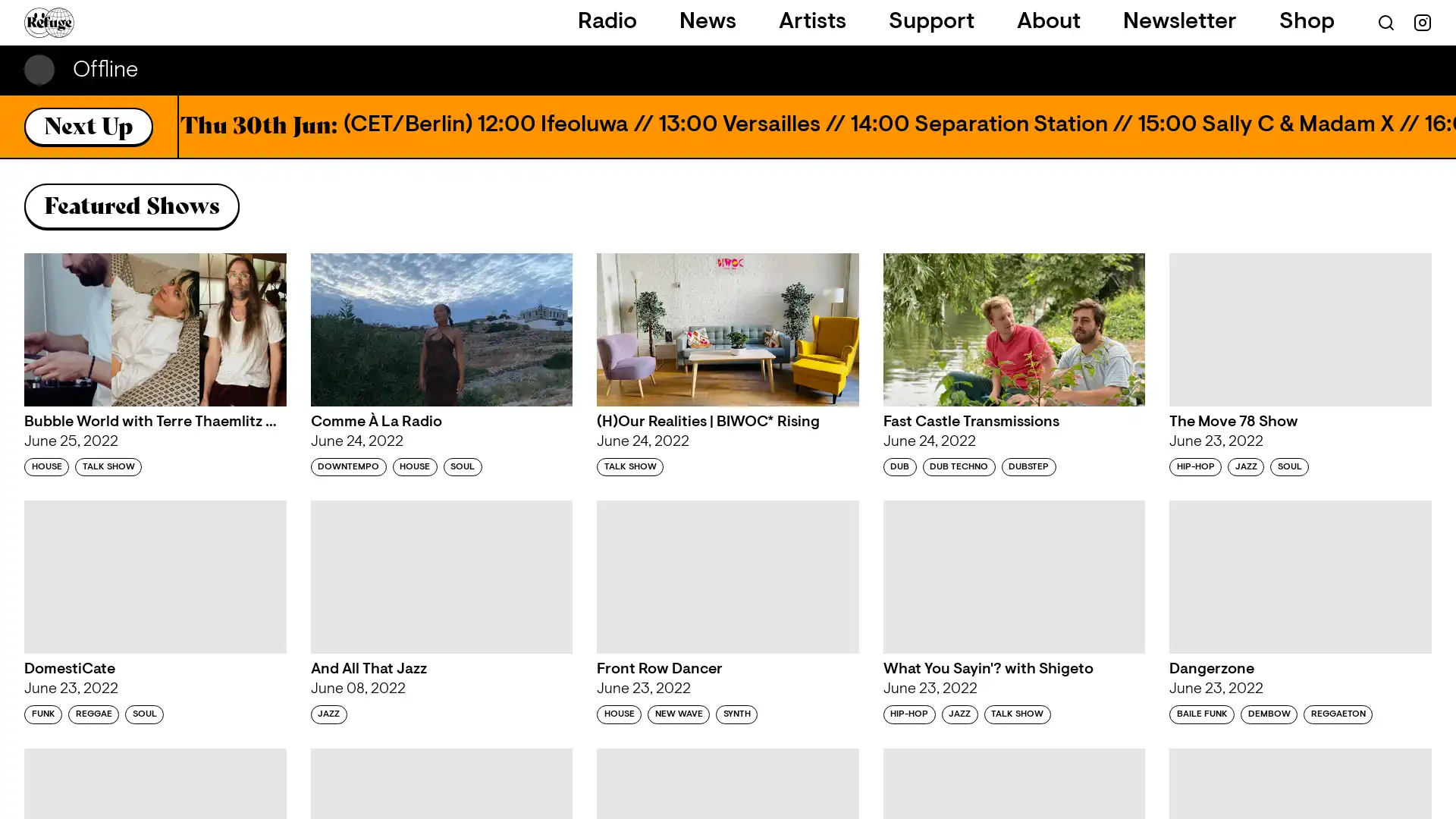  Describe the element at coordinates (155, 576) in the screenshot. I see `DomestiCate` at that location.